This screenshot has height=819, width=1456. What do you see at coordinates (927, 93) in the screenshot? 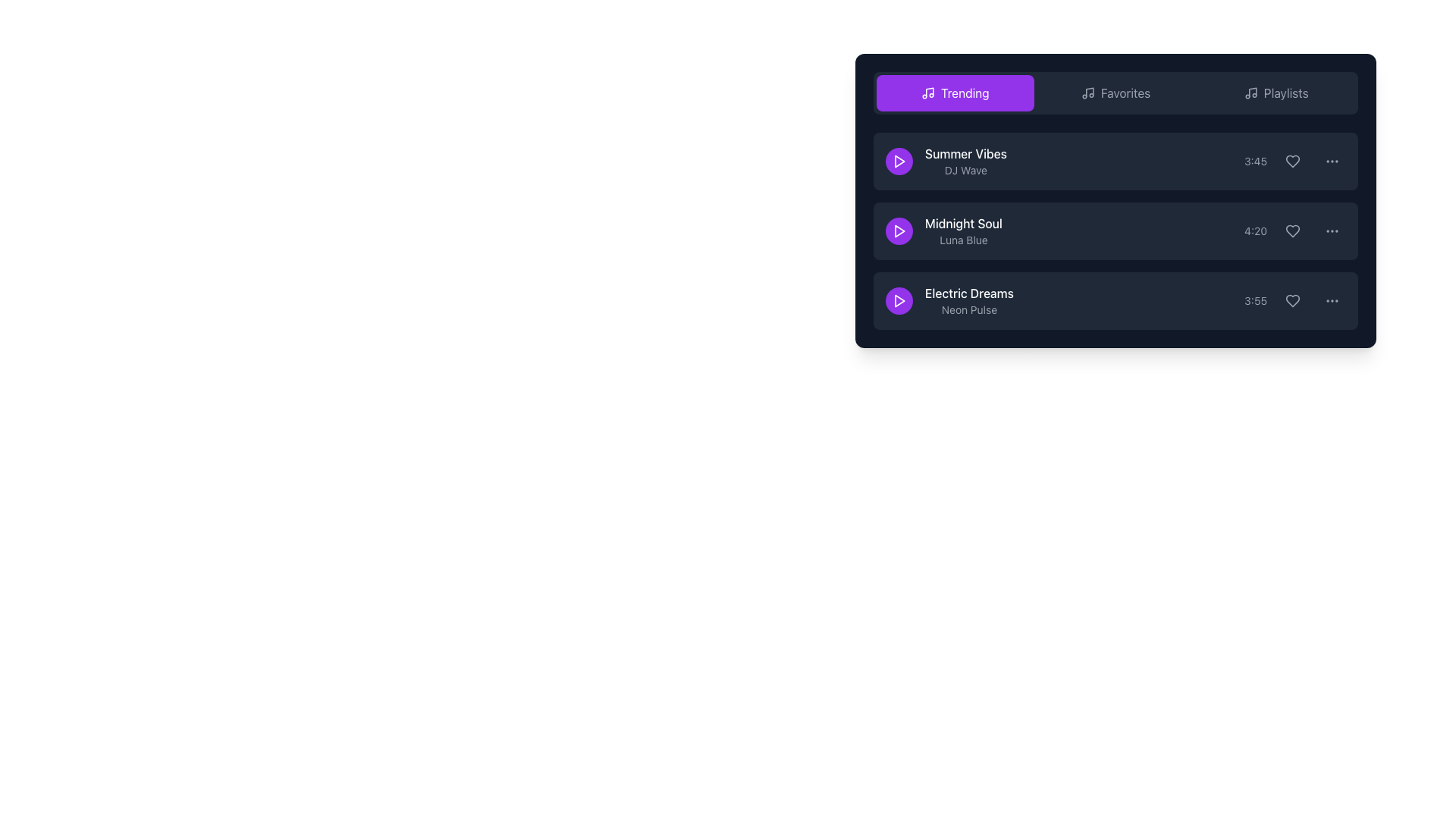
I see `the purple 'Trending' button which contains the musical notes icon located on its left side` at bounding box center [927, 93].